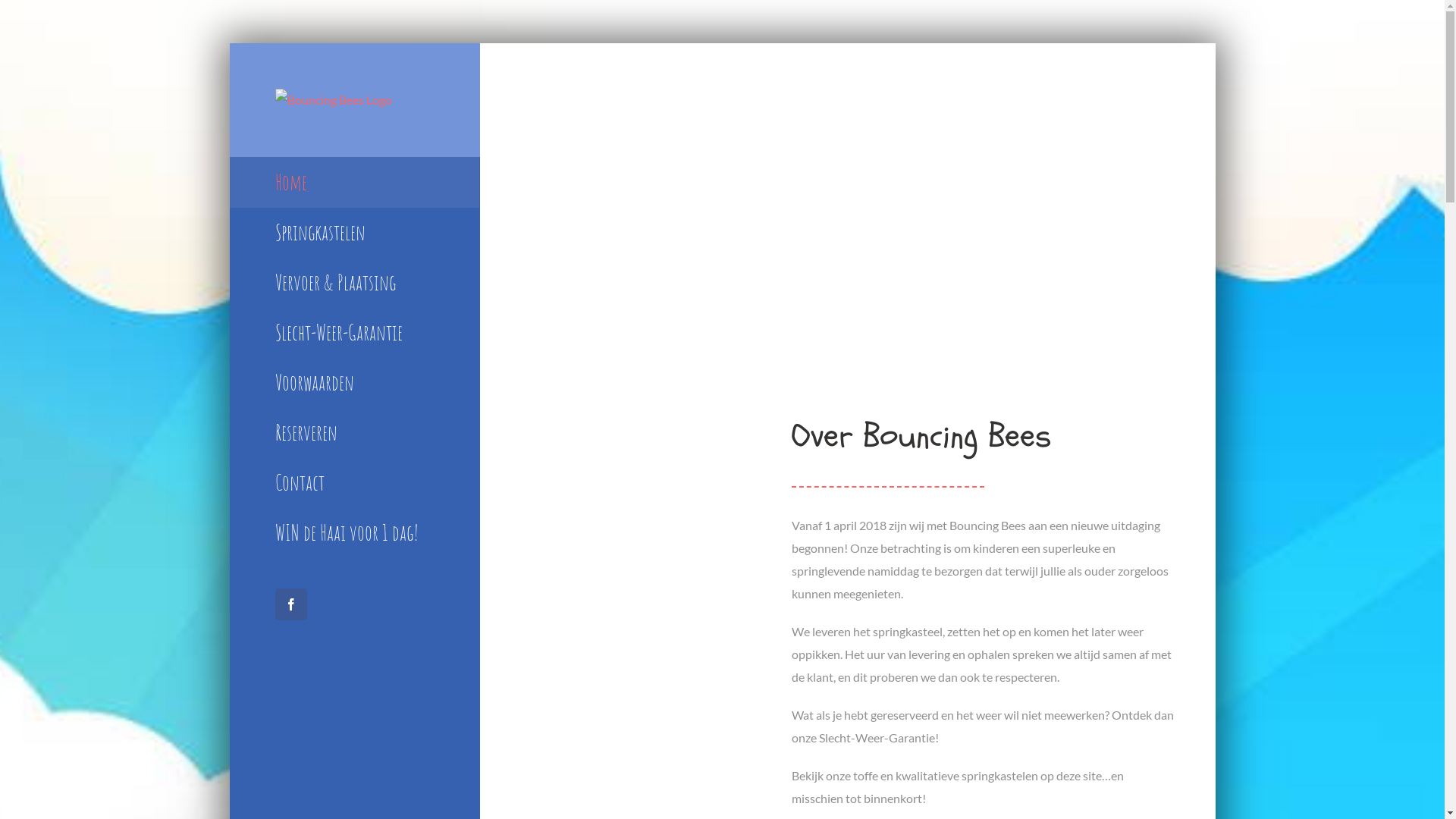  What do you see at coordinates (353, 432) in the screenshot?
I see `'Reserveren'` at bounding box center [353, 432].